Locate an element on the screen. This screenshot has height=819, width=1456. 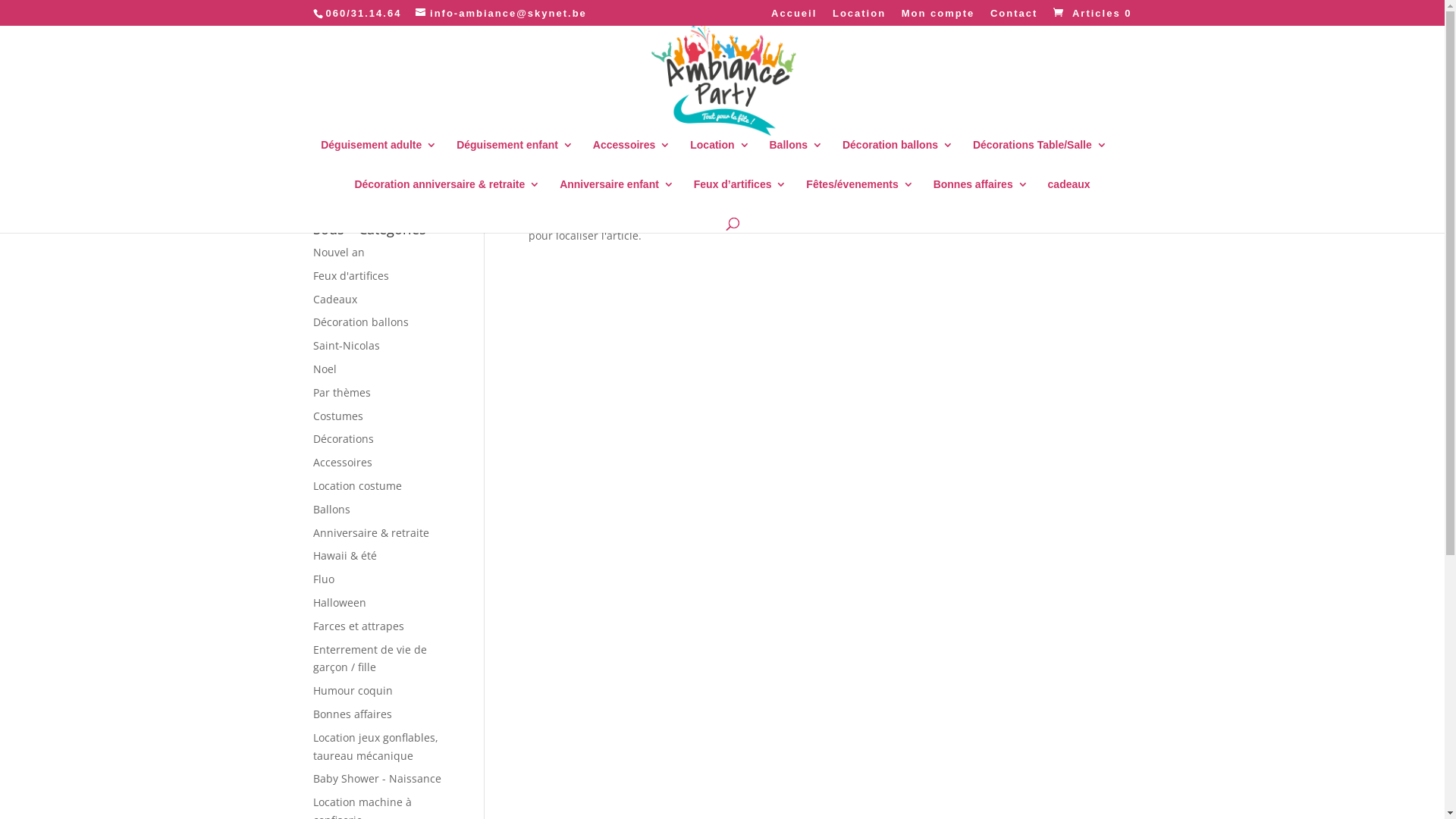
'Feux d'artifices' is located at coordinates (349, 275).